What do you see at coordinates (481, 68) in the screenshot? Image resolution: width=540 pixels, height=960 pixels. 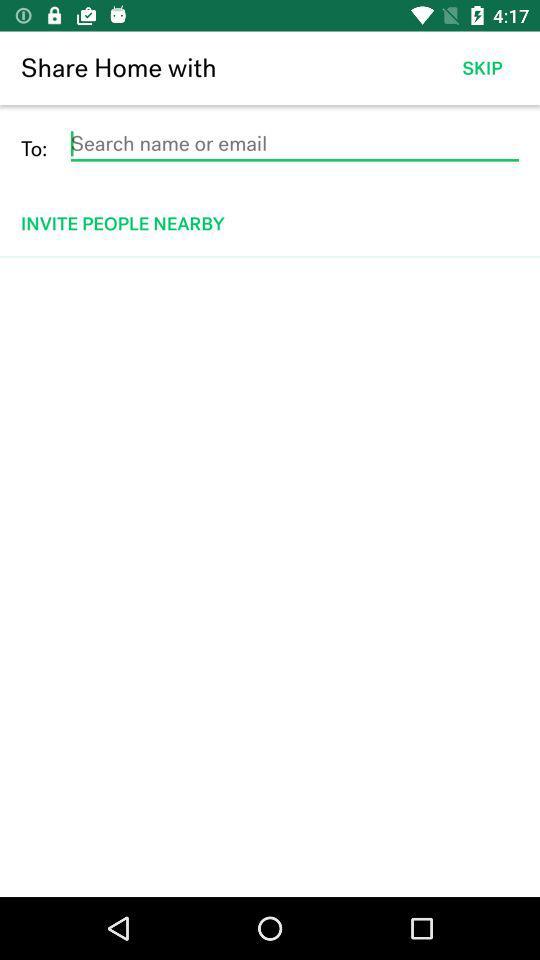 I see `skip at the top right corner` at bounding box center [481, 68].